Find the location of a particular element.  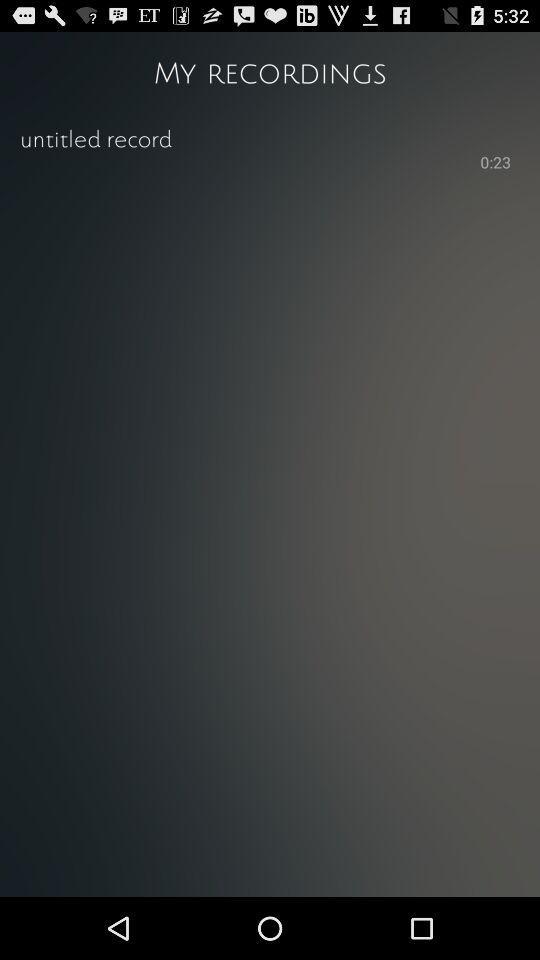

the item below the my recordings icon is located at coordinates (270, 136).